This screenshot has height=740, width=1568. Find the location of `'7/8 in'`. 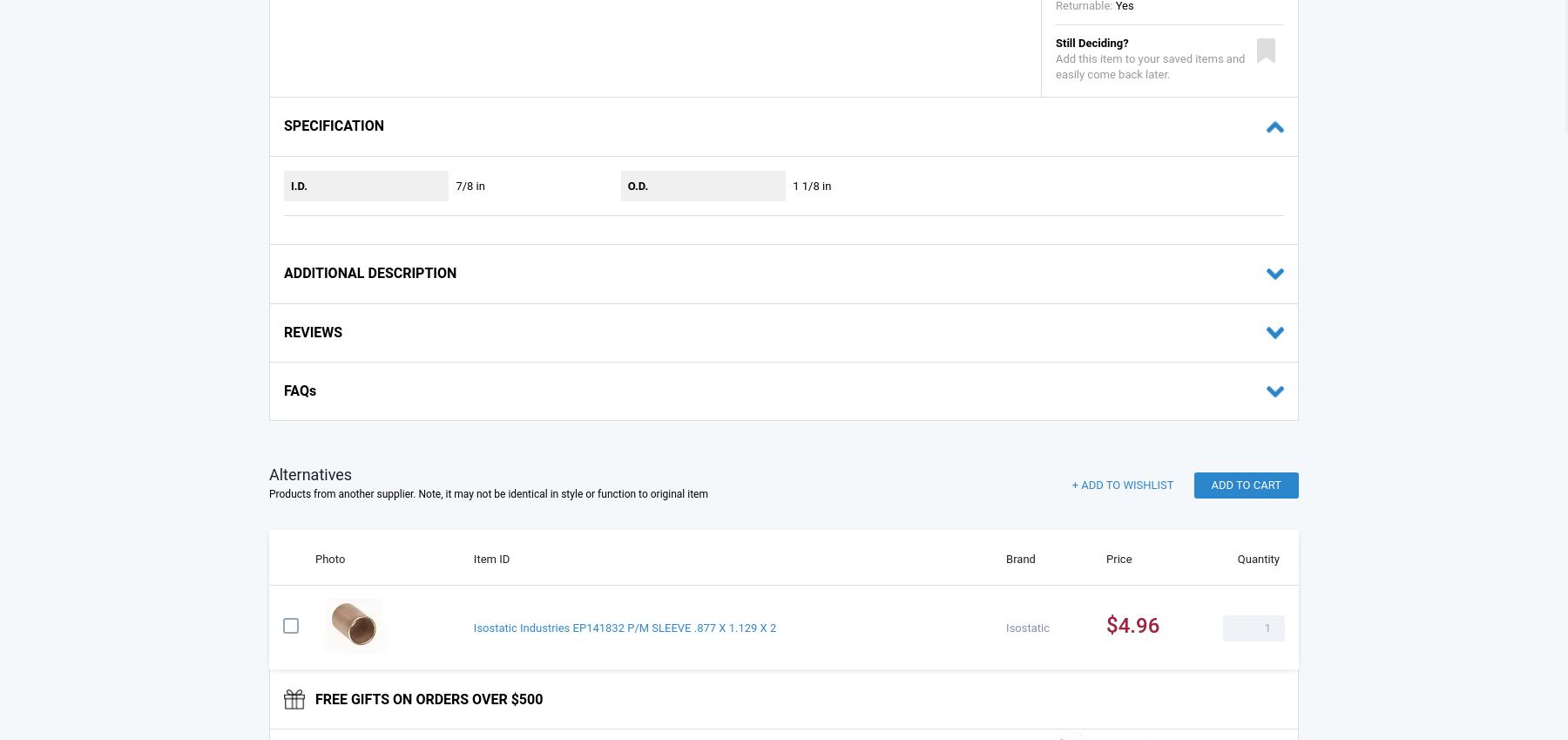

'7/8 in' is located at coordinates (469, 184).